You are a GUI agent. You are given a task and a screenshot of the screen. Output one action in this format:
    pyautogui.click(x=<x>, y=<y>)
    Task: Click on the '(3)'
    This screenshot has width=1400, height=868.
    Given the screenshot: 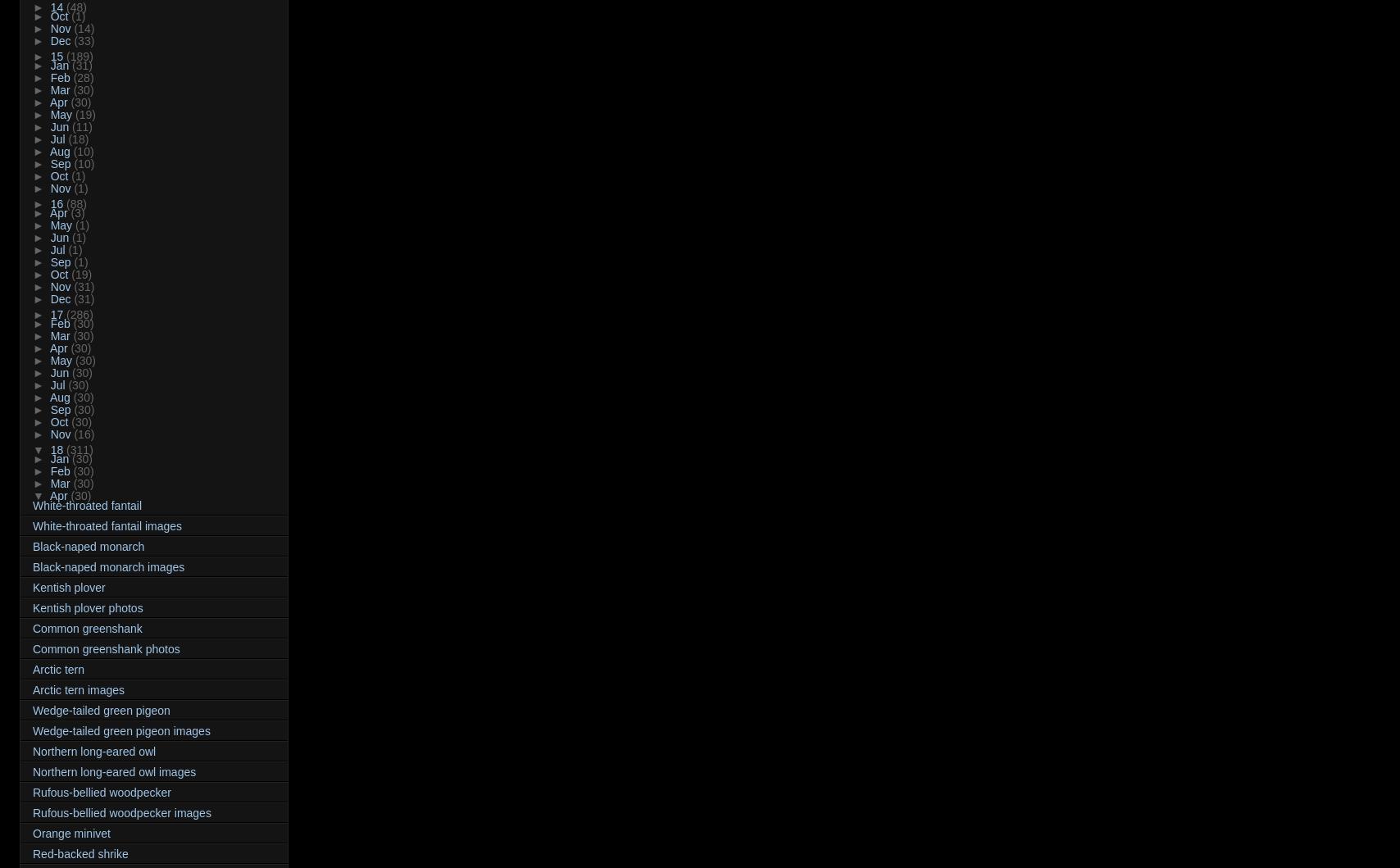 What is the action you would take?
    pyautogui.click(x=77, y=212)
    